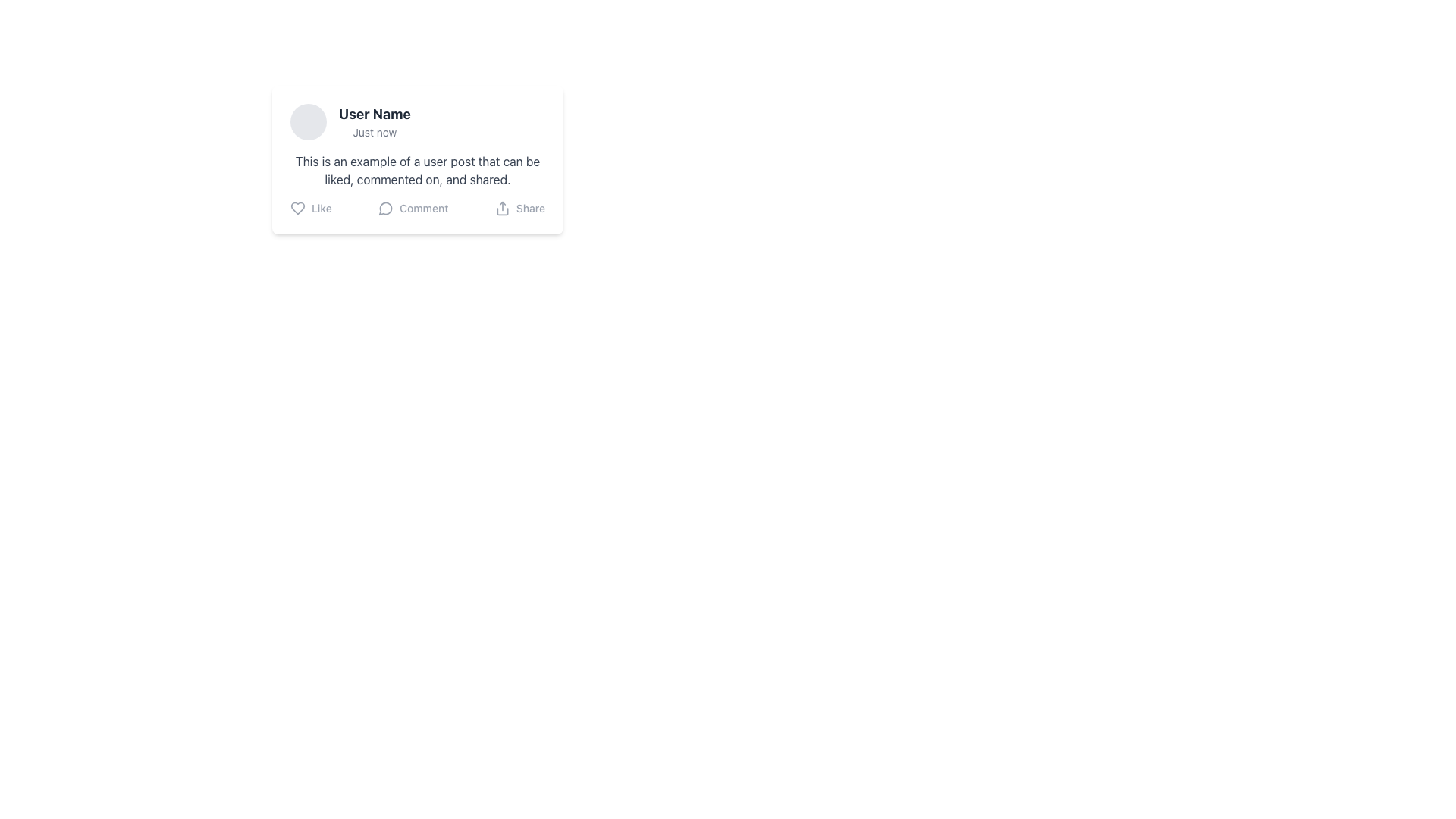 The image size is (1456, 819). Describe the element at coordinates (298, 208) in the screenshot. I see `the heart icon located at the bottom left of the user post card to like the post` at that location.